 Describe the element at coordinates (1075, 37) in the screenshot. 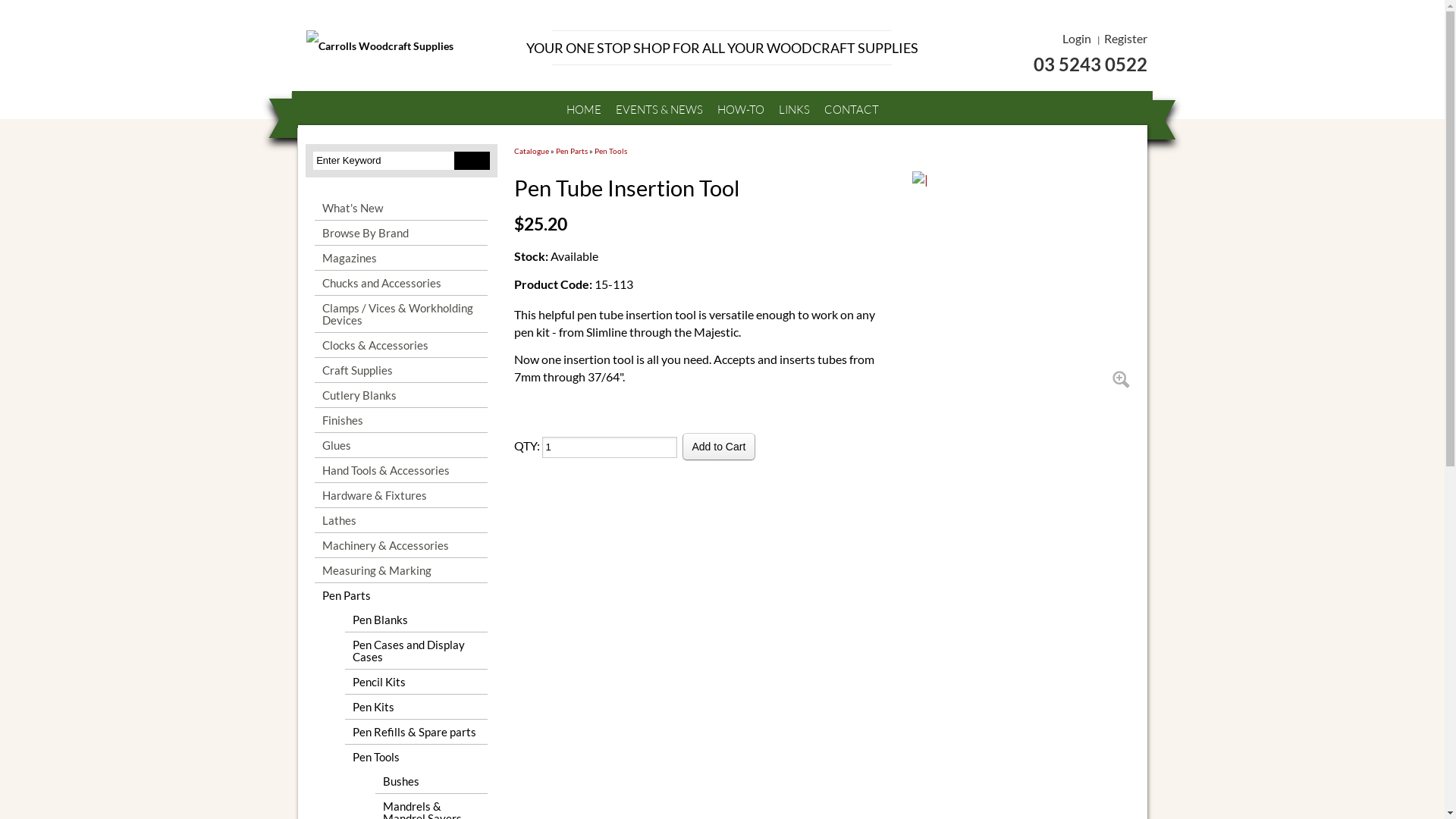

I see `'Login'` at that location.